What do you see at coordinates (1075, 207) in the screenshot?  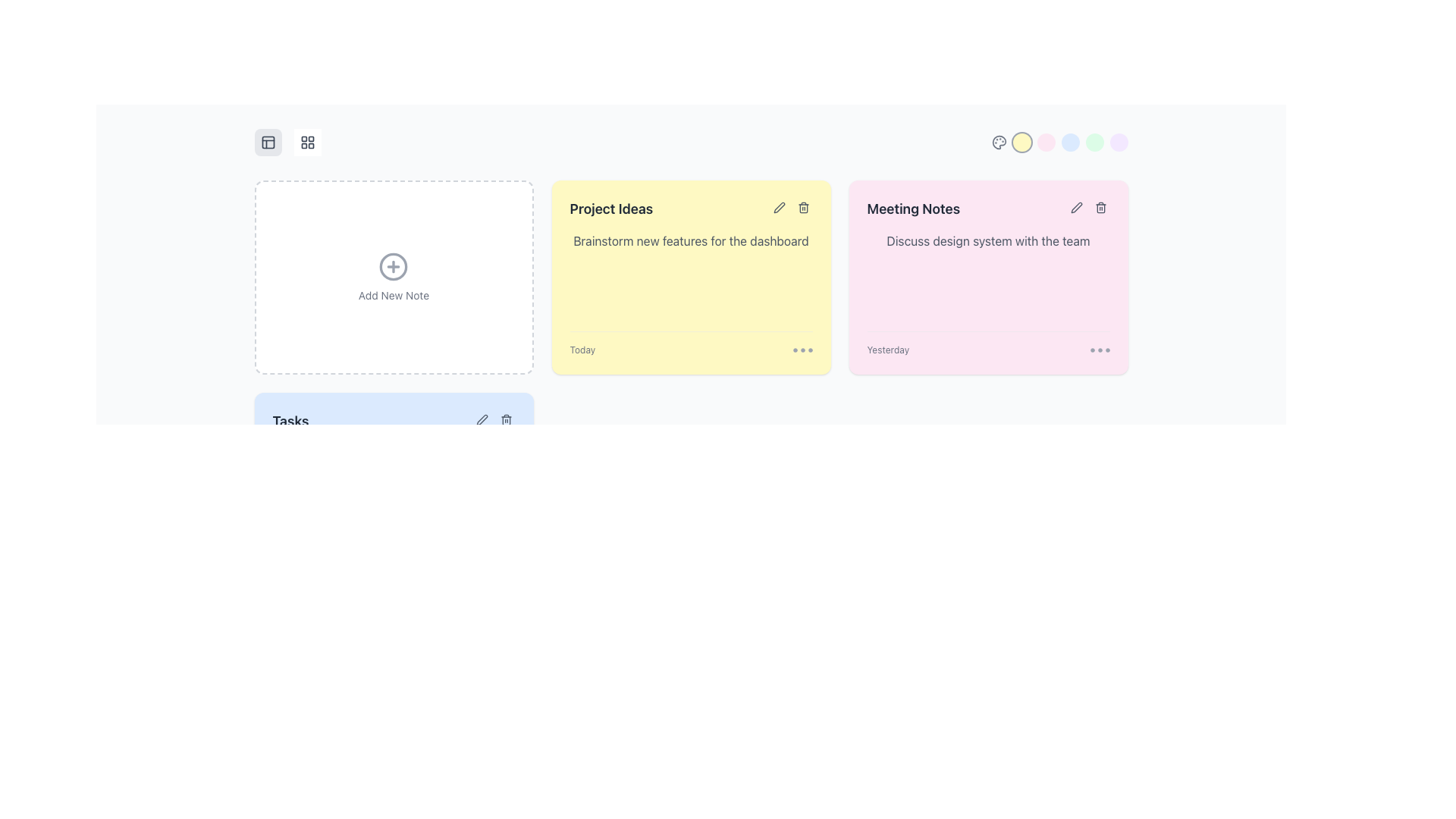 I see `the pen icon button located at the top right of the 'Meeting Notes' card` at bounding box center [1075, 207].